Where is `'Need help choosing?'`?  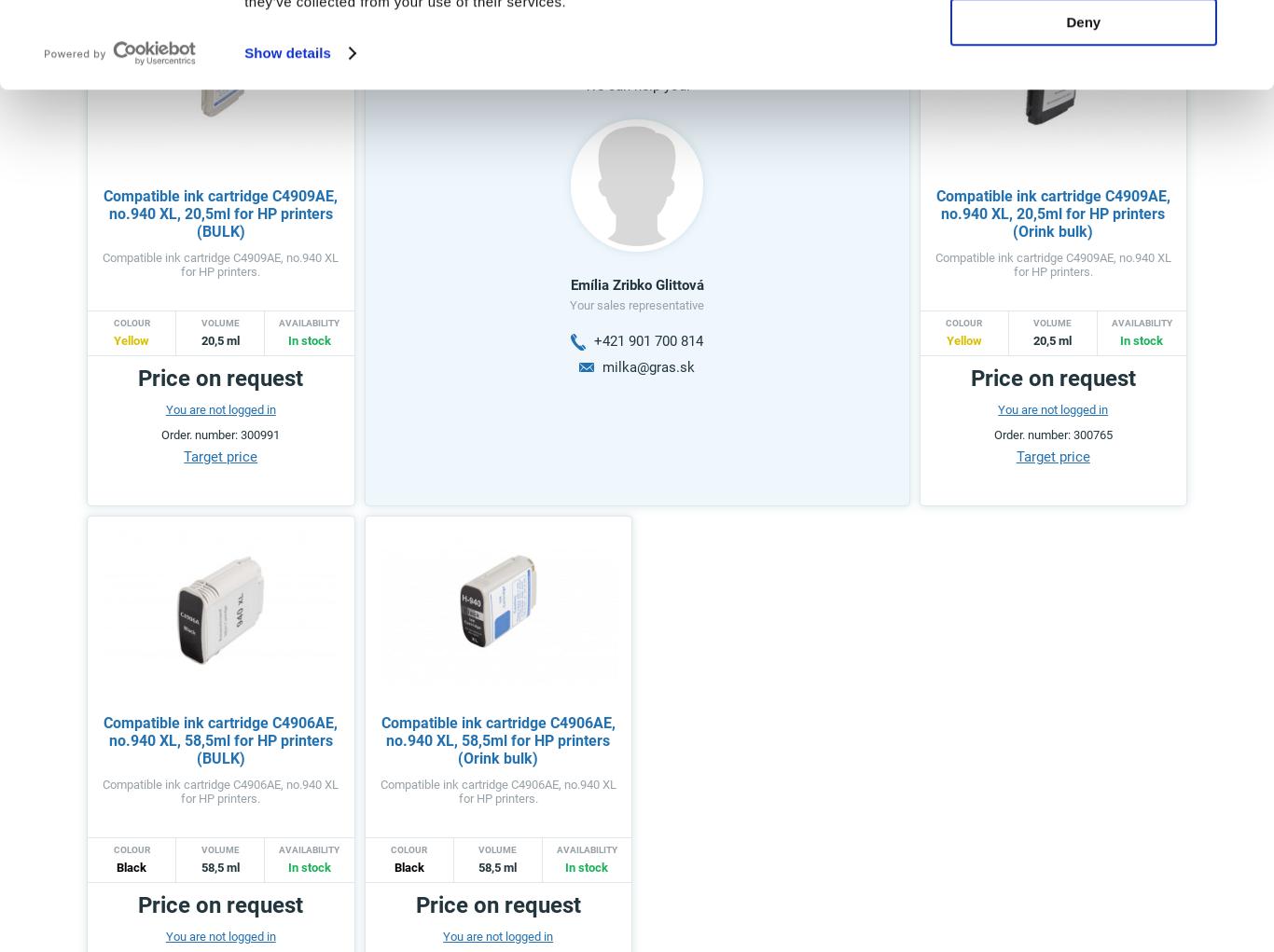 'Need help choosing?' is located at coordinates (557, 35).